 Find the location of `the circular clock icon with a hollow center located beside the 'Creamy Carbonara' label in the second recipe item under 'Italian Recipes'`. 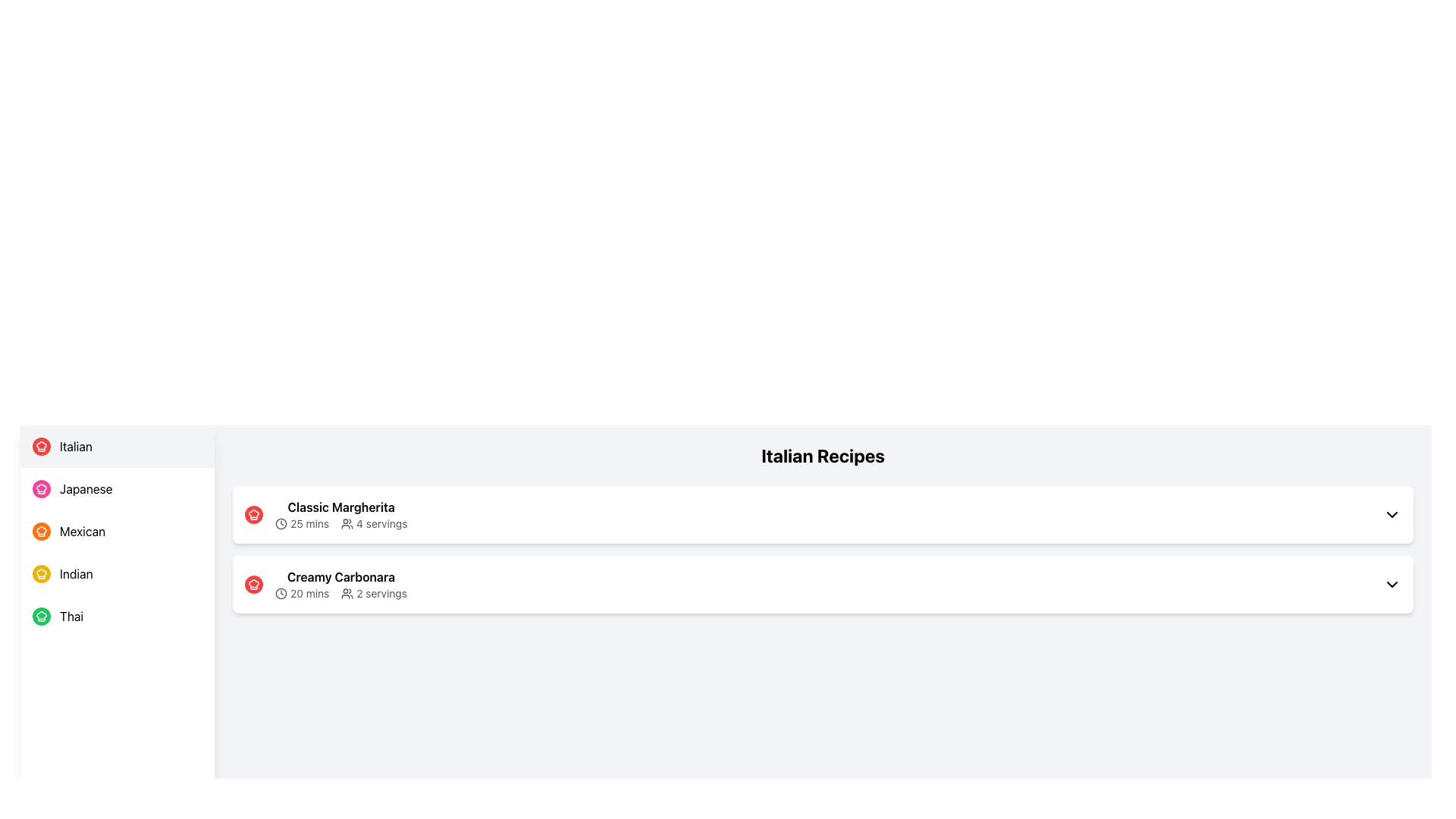

the circular clock icon with a hollow center located beside the 'Creamy Carbonara' label in the second recipe item under 'Italian Recipes' is located at coordinates (281, 593).